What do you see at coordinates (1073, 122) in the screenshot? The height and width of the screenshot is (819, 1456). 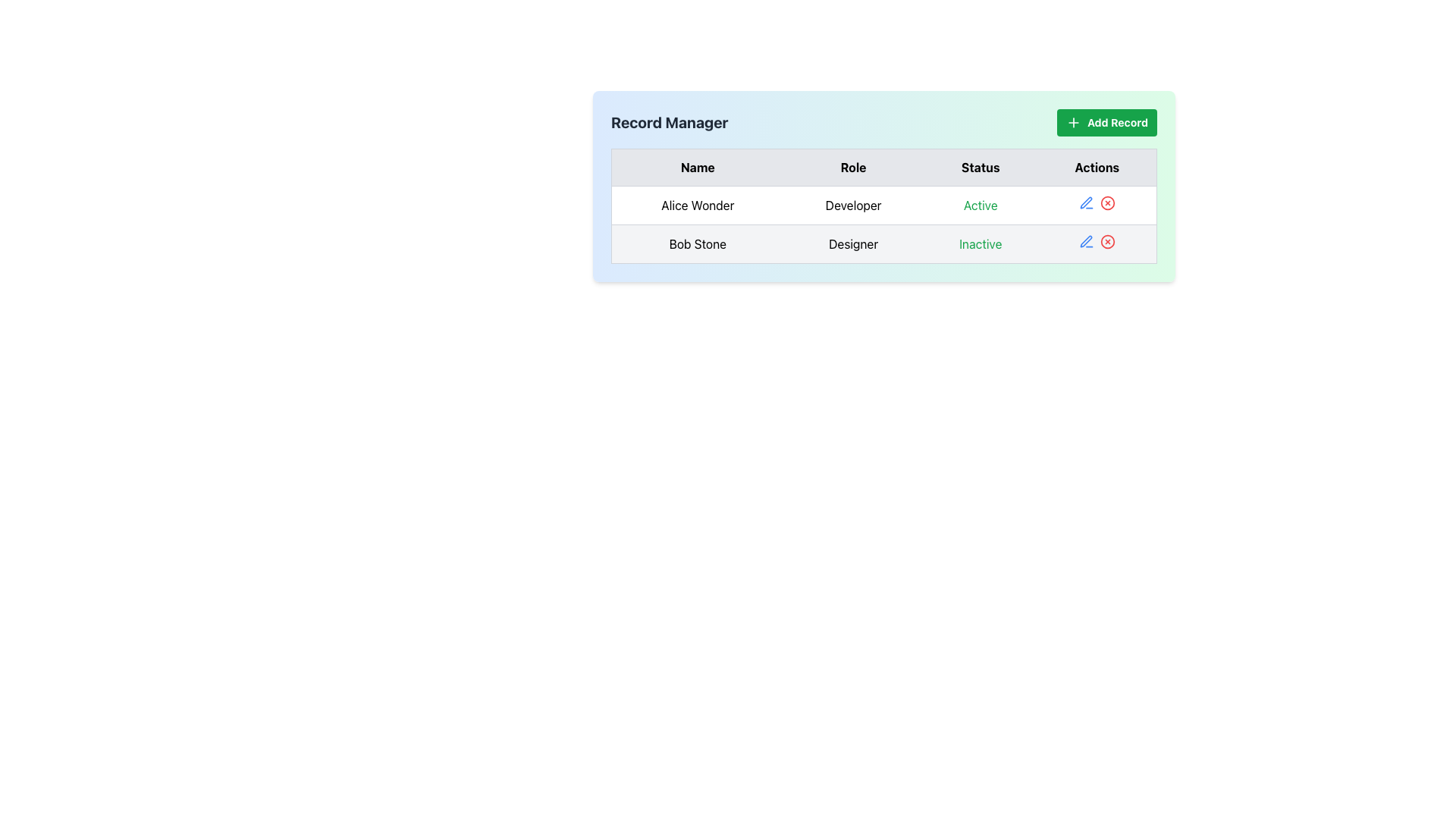 I see `the Decorative Icon inside the 'Add Record' button, located in the top-right corner of the interface` at bounding box center [1073, 122].